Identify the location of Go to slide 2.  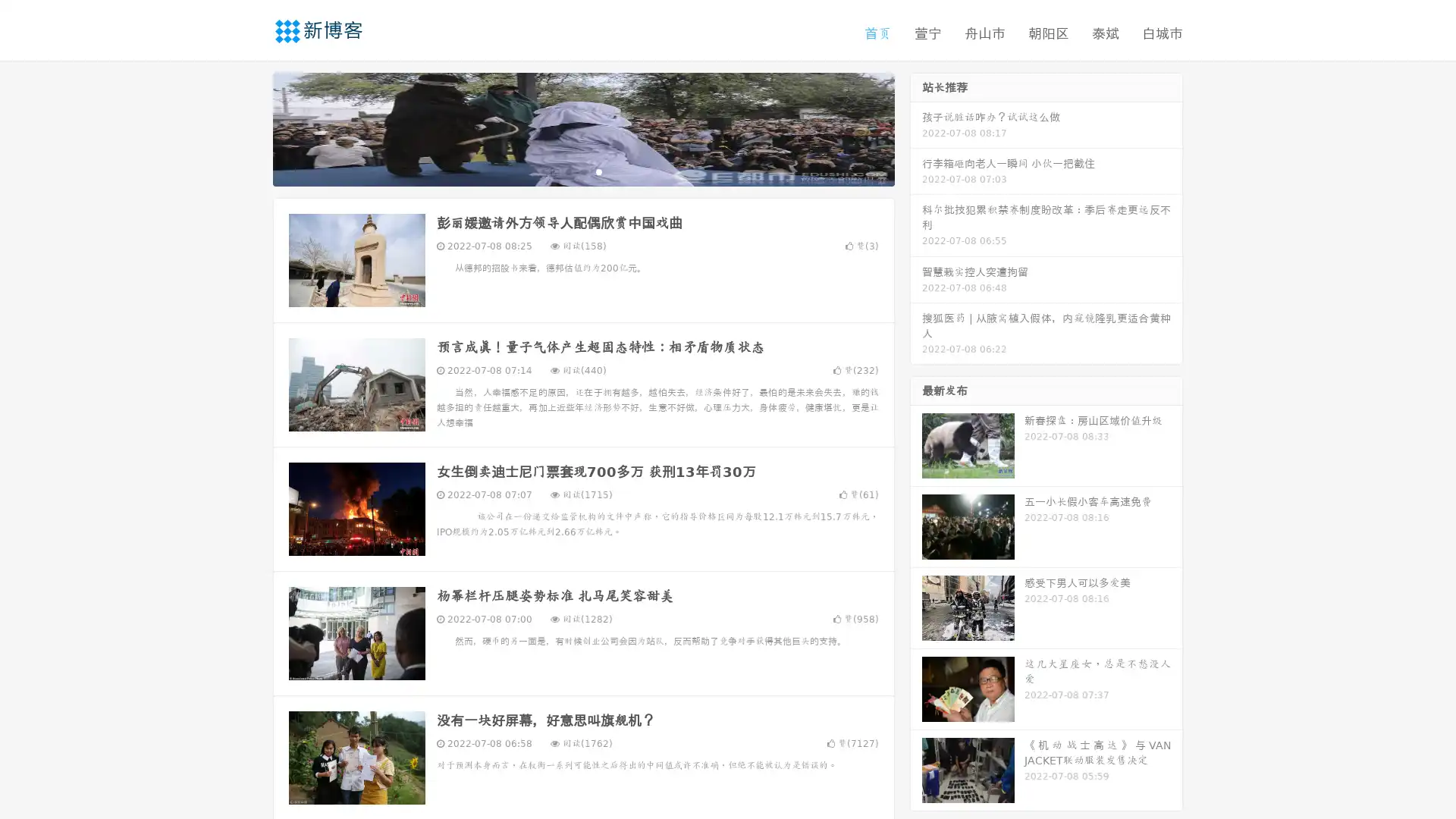
(582, 171).